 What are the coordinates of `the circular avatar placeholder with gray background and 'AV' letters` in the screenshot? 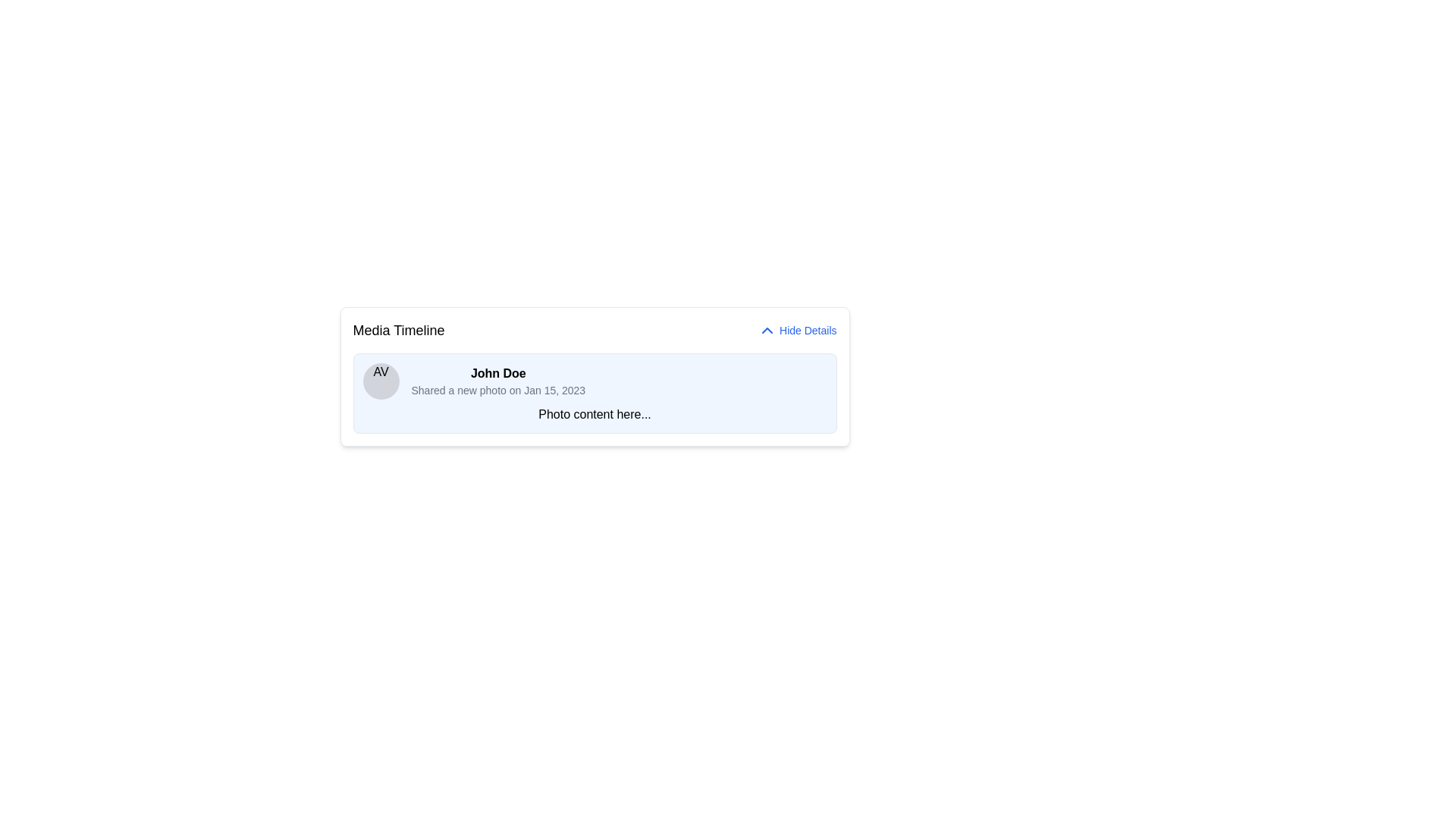 It's located at (381, 380).